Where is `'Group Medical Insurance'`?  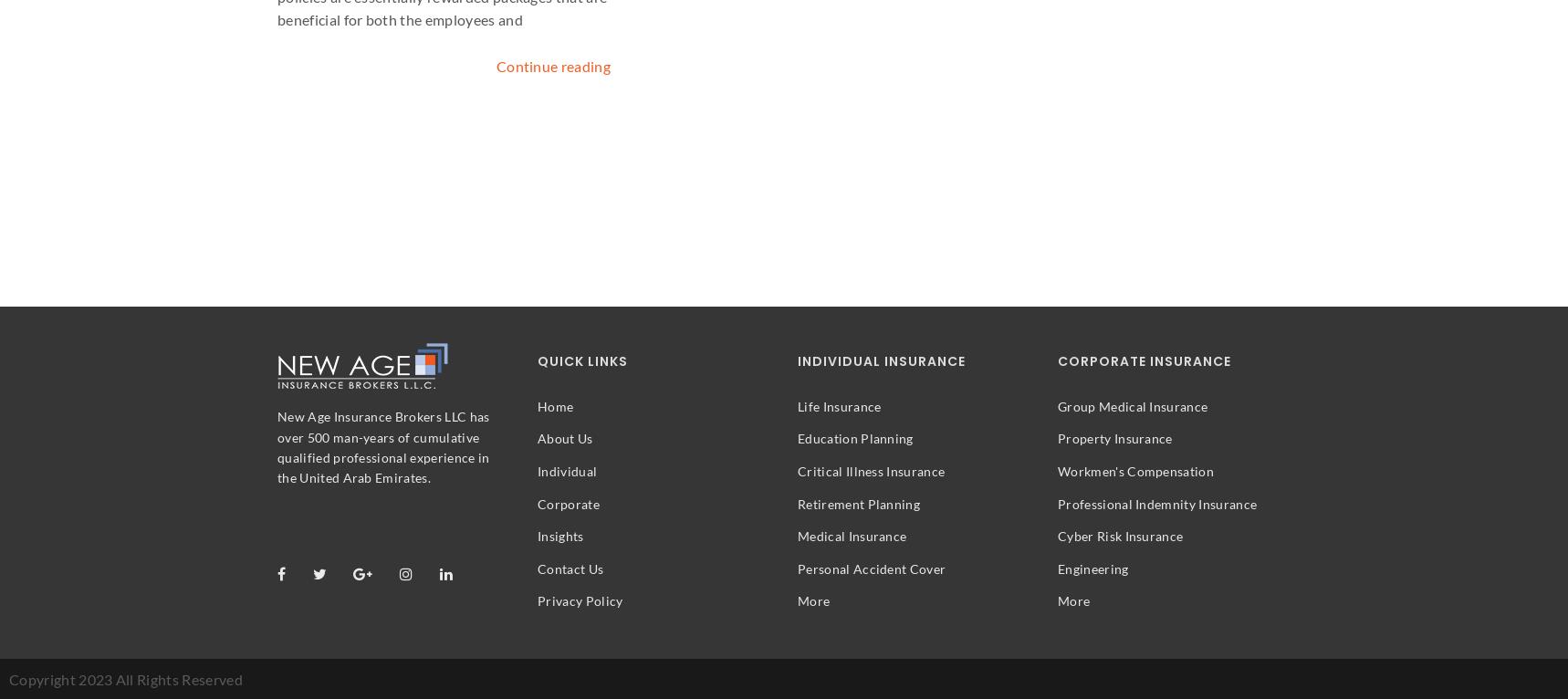
'Group Medical Insurance' is located at coordinates (1132, 405).